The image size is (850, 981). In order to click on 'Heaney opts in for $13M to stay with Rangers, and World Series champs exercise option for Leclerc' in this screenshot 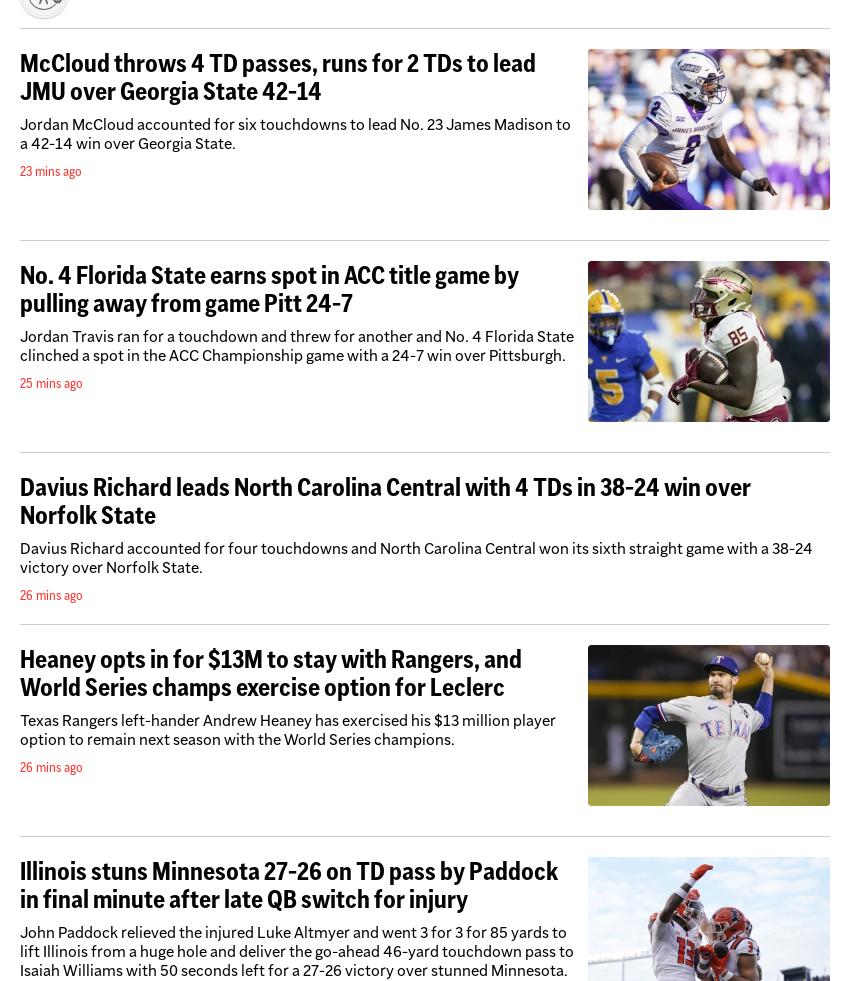, I will do `click(269, 672)`.